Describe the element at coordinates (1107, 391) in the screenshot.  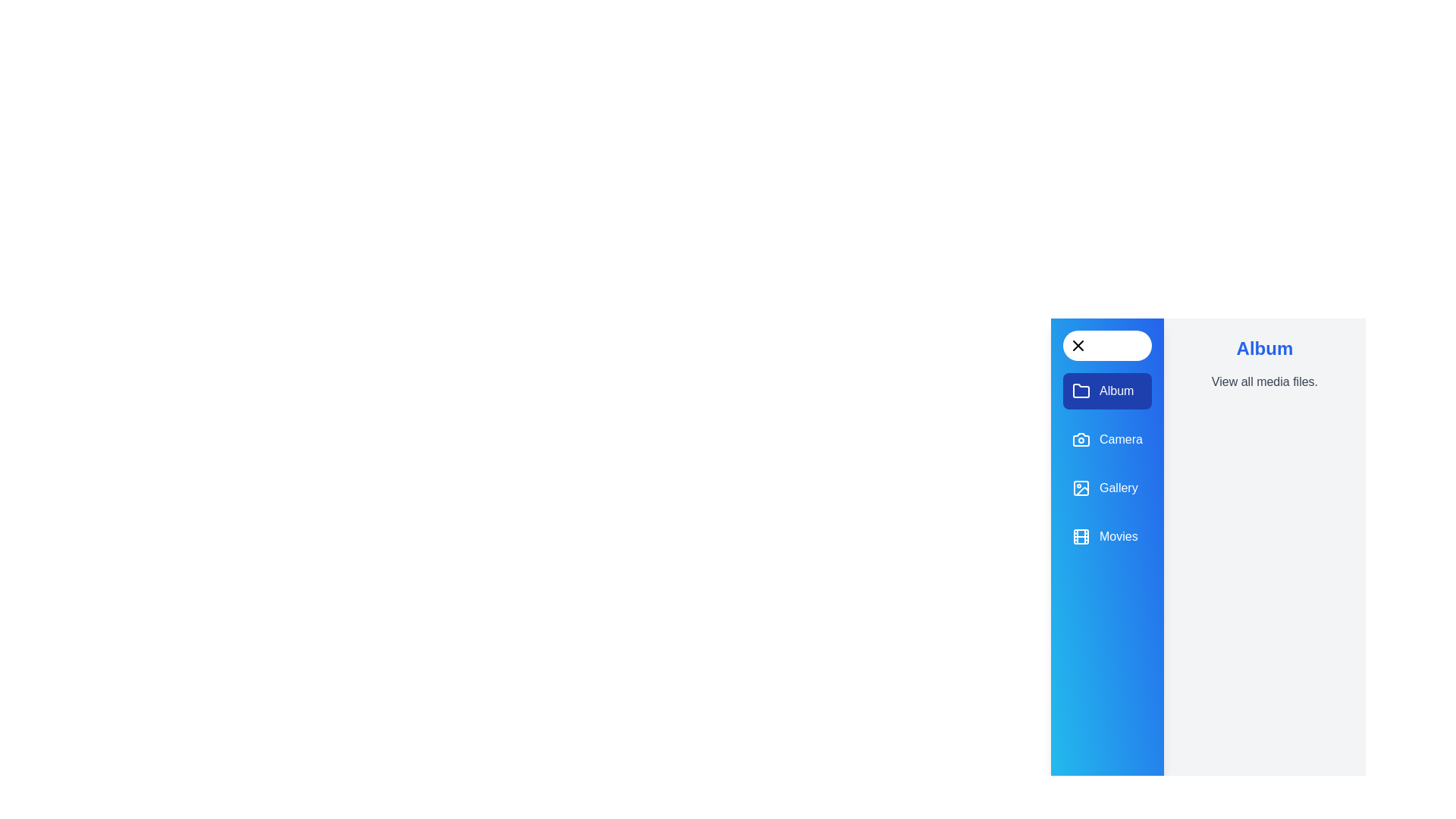
I see `the panel Album to display its description` at that location.